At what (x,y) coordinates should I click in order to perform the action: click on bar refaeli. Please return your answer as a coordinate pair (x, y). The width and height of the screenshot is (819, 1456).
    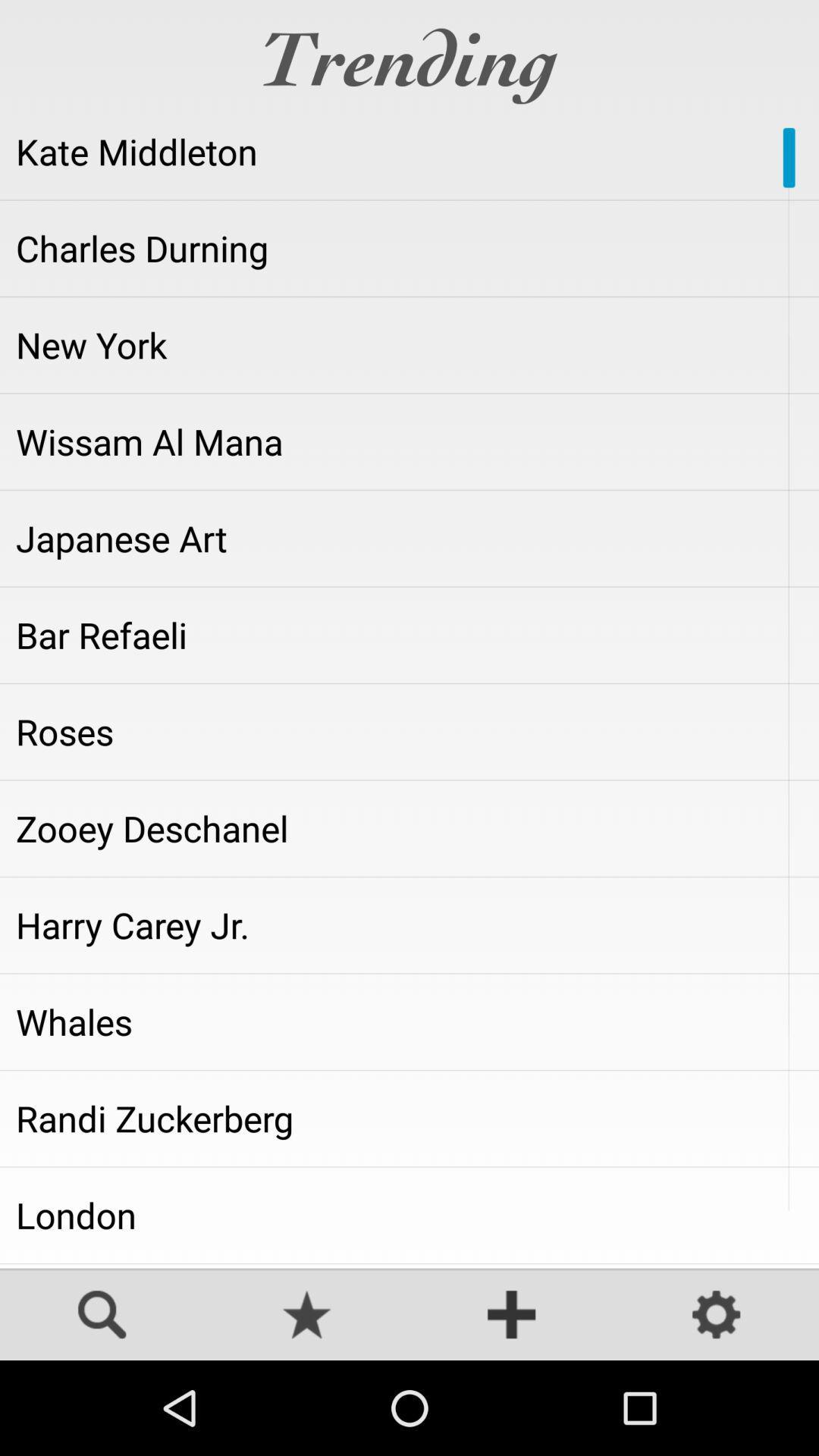
    Looking at the image, I should click on (409, 635).